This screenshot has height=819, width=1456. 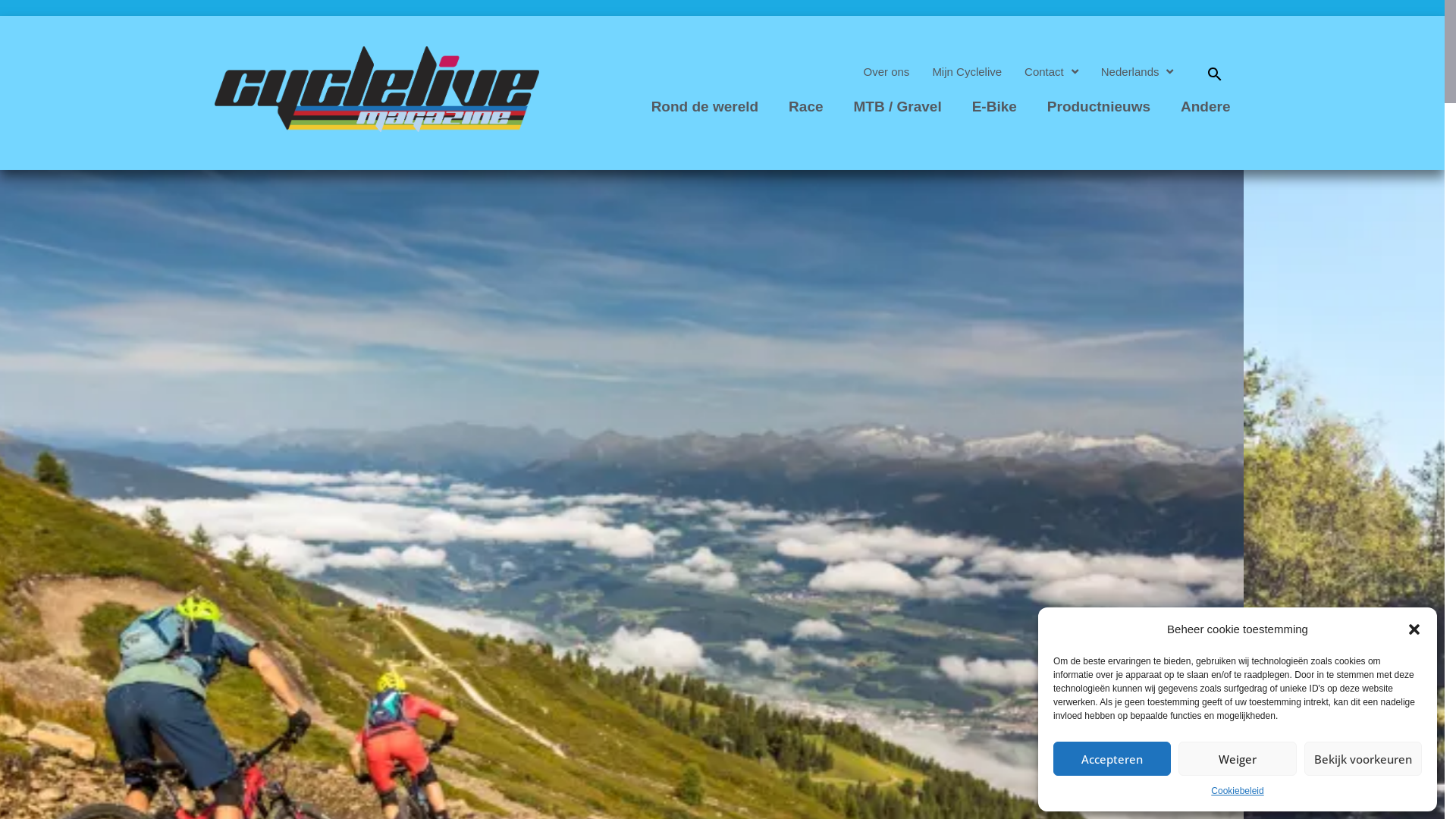 I want to click on 'Mijn Cyclelive', so click(x=966, y=72).